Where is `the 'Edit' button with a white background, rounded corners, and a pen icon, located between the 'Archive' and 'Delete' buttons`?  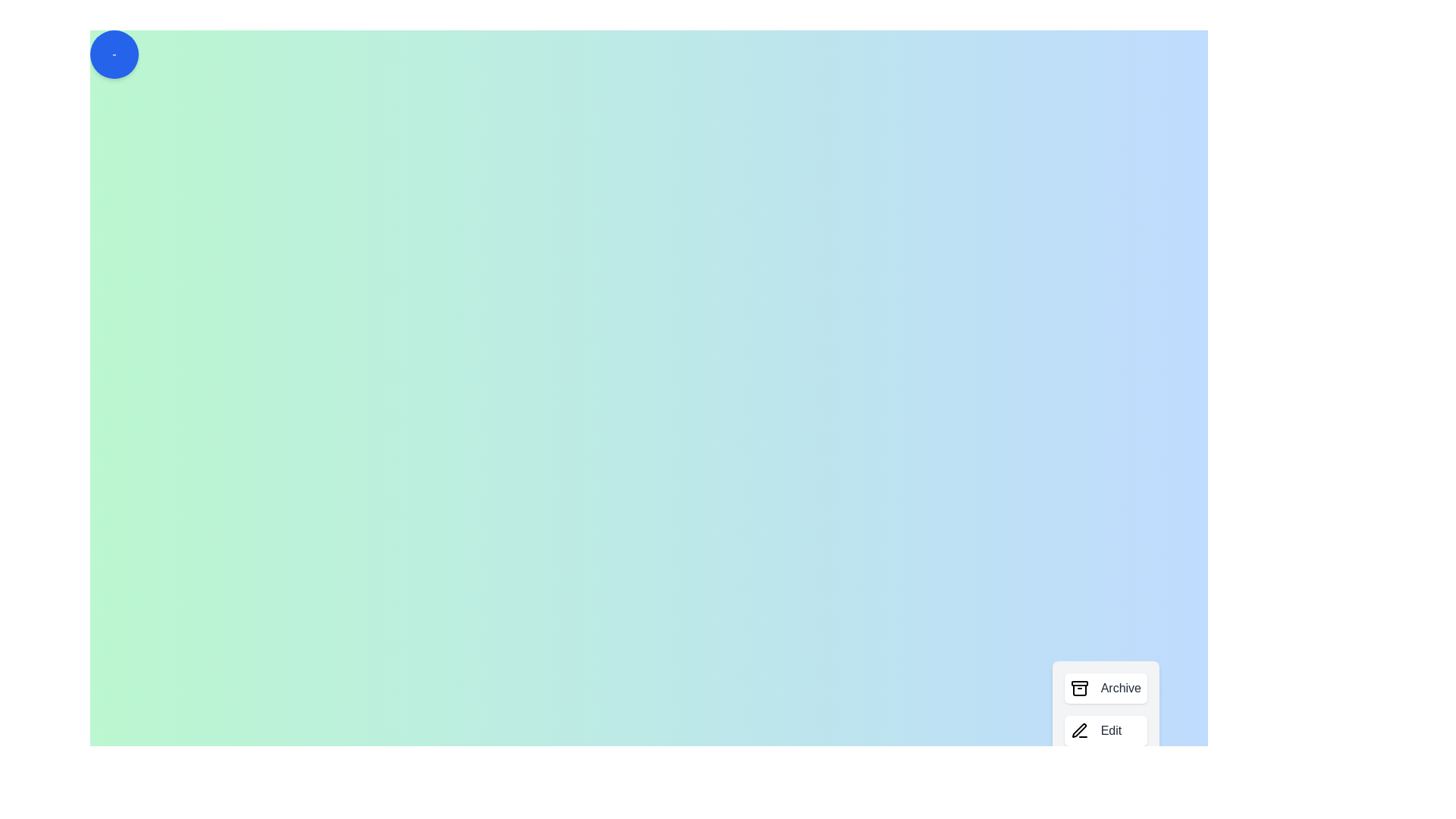
the 'Edit' button with a white background, rounded corners, and a pen icon, located between the 'Archive' and 'Delete' buttons is located at coordinates (1106, 730).